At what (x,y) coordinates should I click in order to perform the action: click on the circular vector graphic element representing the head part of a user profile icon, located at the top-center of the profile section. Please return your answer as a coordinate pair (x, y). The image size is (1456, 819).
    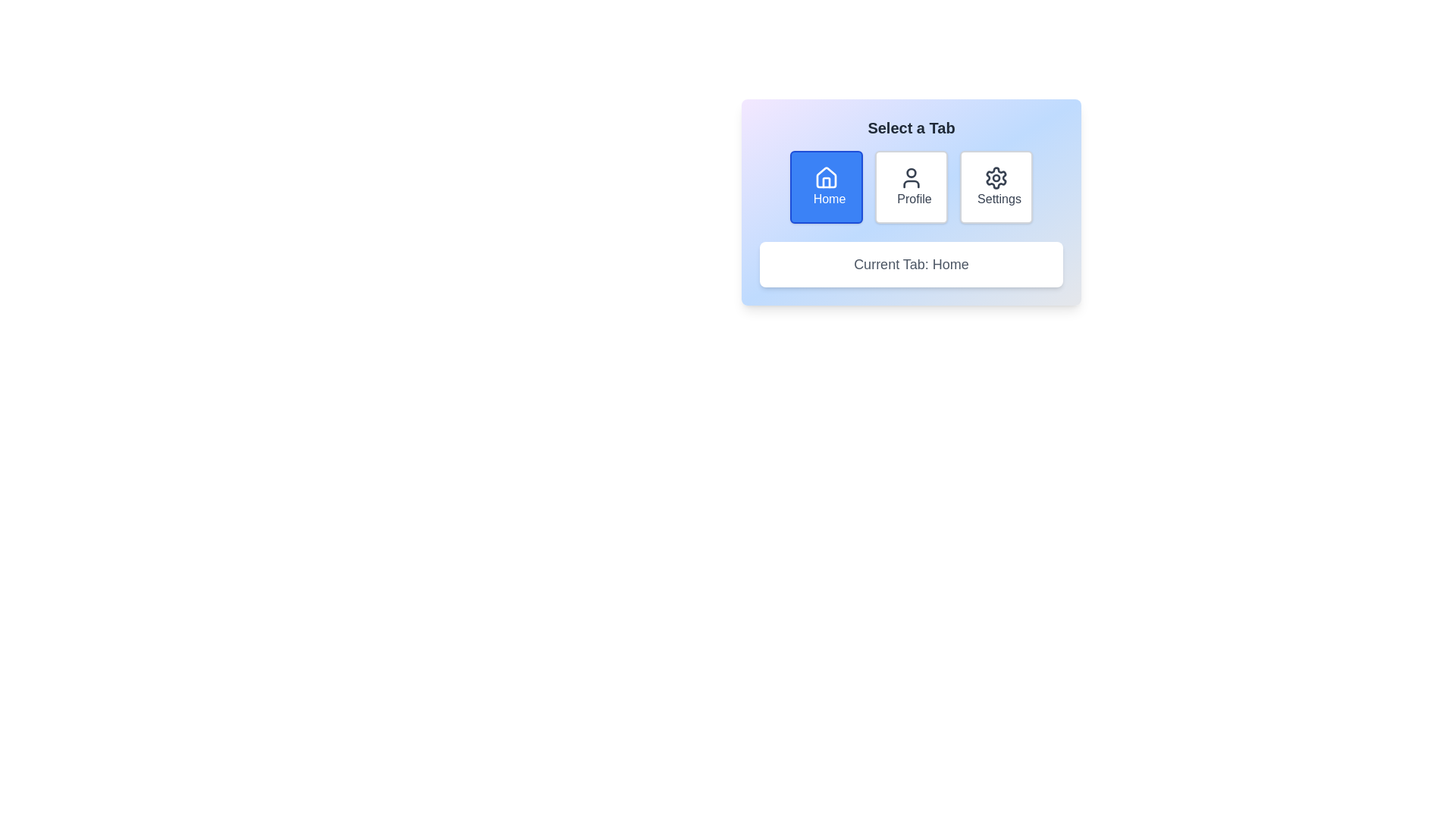
    Looking at the image, I should click on (910, 171).